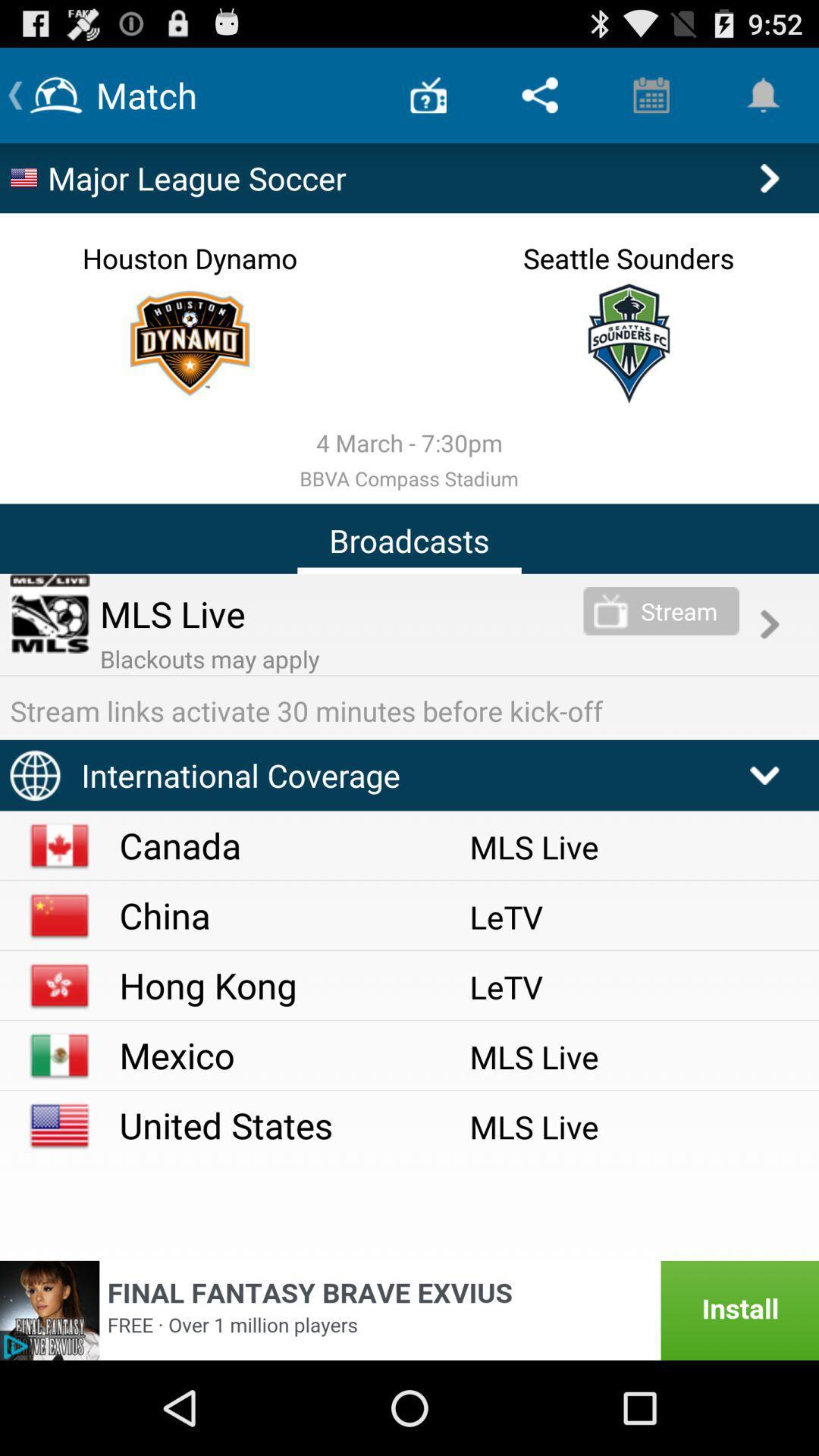  I want to click on install game, so click(409, 1310).